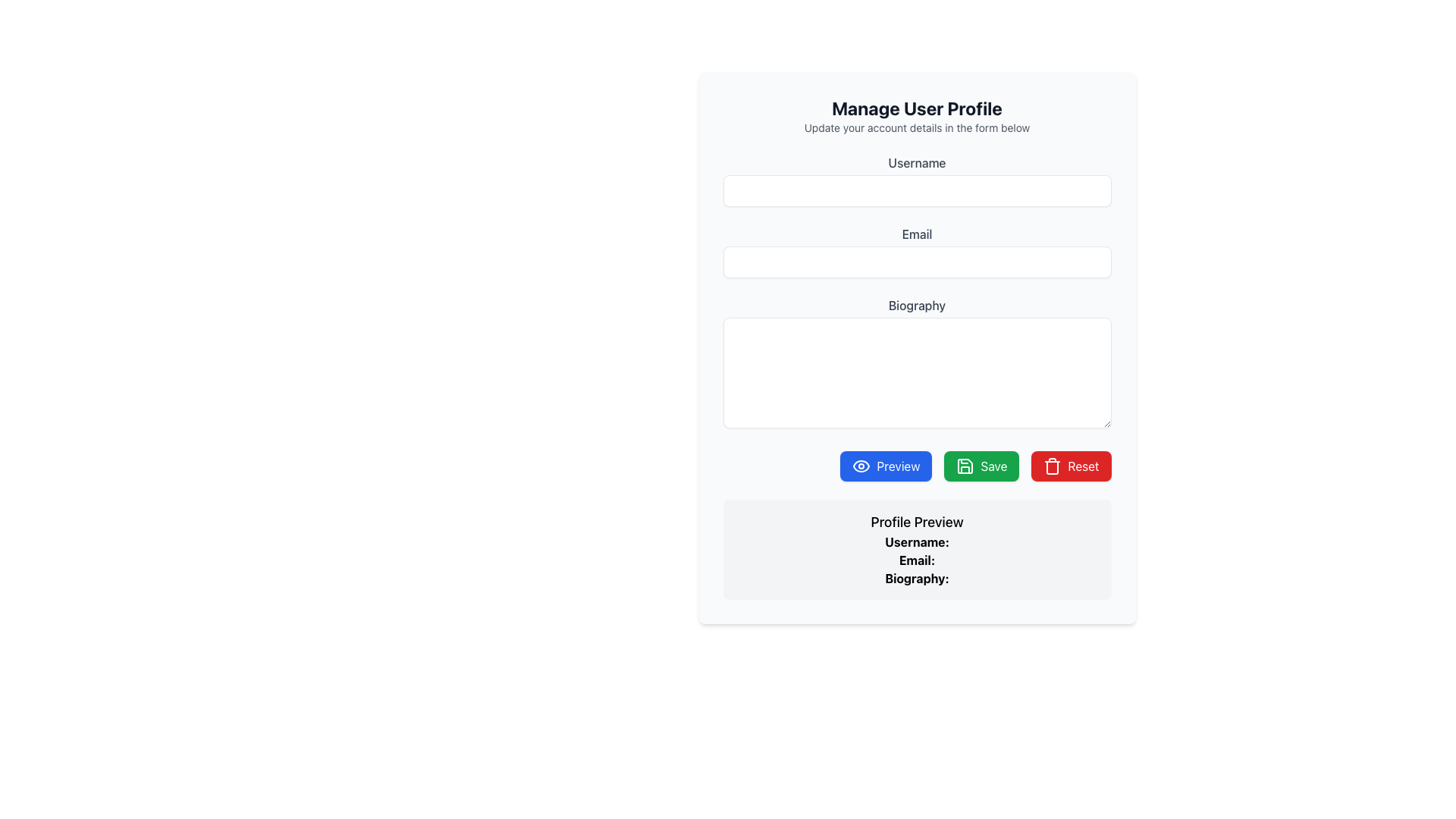 The width and height of the screenshot is (1456, 819). Describe the element at coordinates (861, 465) in the screenshot. I see `the left elliptical component of the outlined eye structure within the eye icon, which is located near the blue 'Preview' button` at that location.